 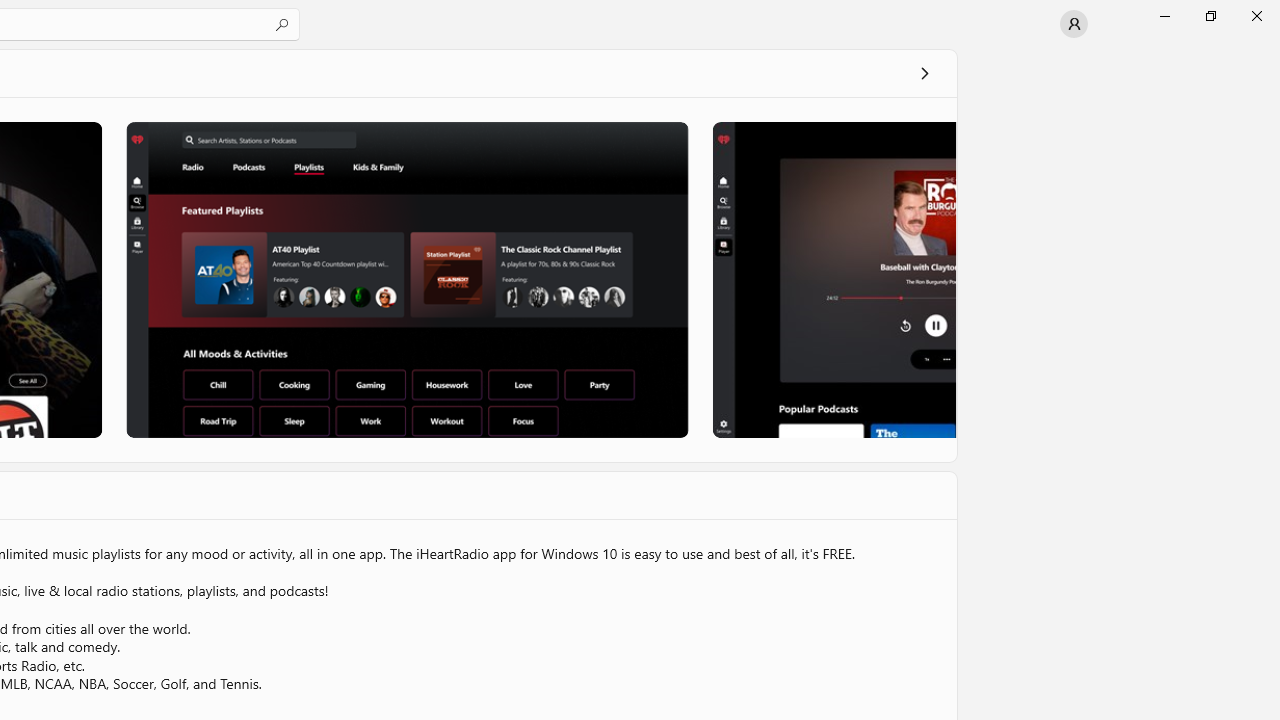 What do you see at coordinates (1072, 24) in the screenshot?
I see `'User profile'` at bounding box center [1072, 24].